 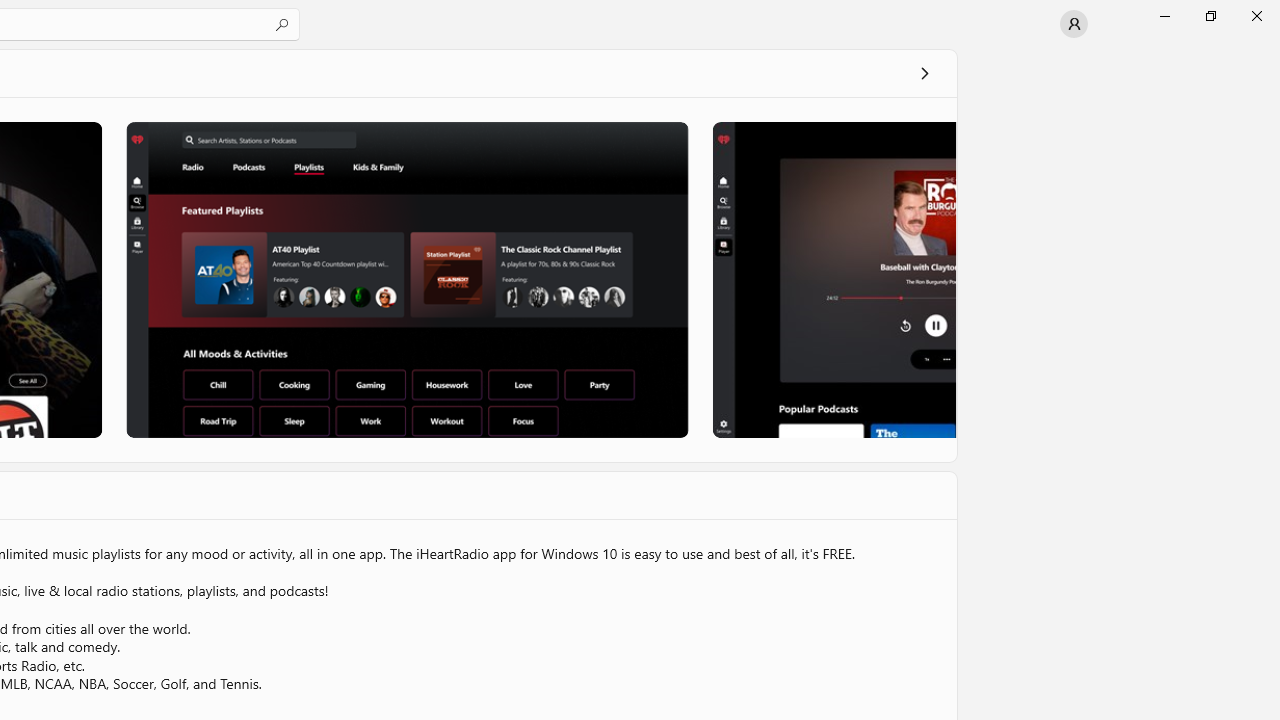 What do you see at coordinates (1072, 24) in the screenshot?
I see `'User profile'` at bounding box center [1072, 24].